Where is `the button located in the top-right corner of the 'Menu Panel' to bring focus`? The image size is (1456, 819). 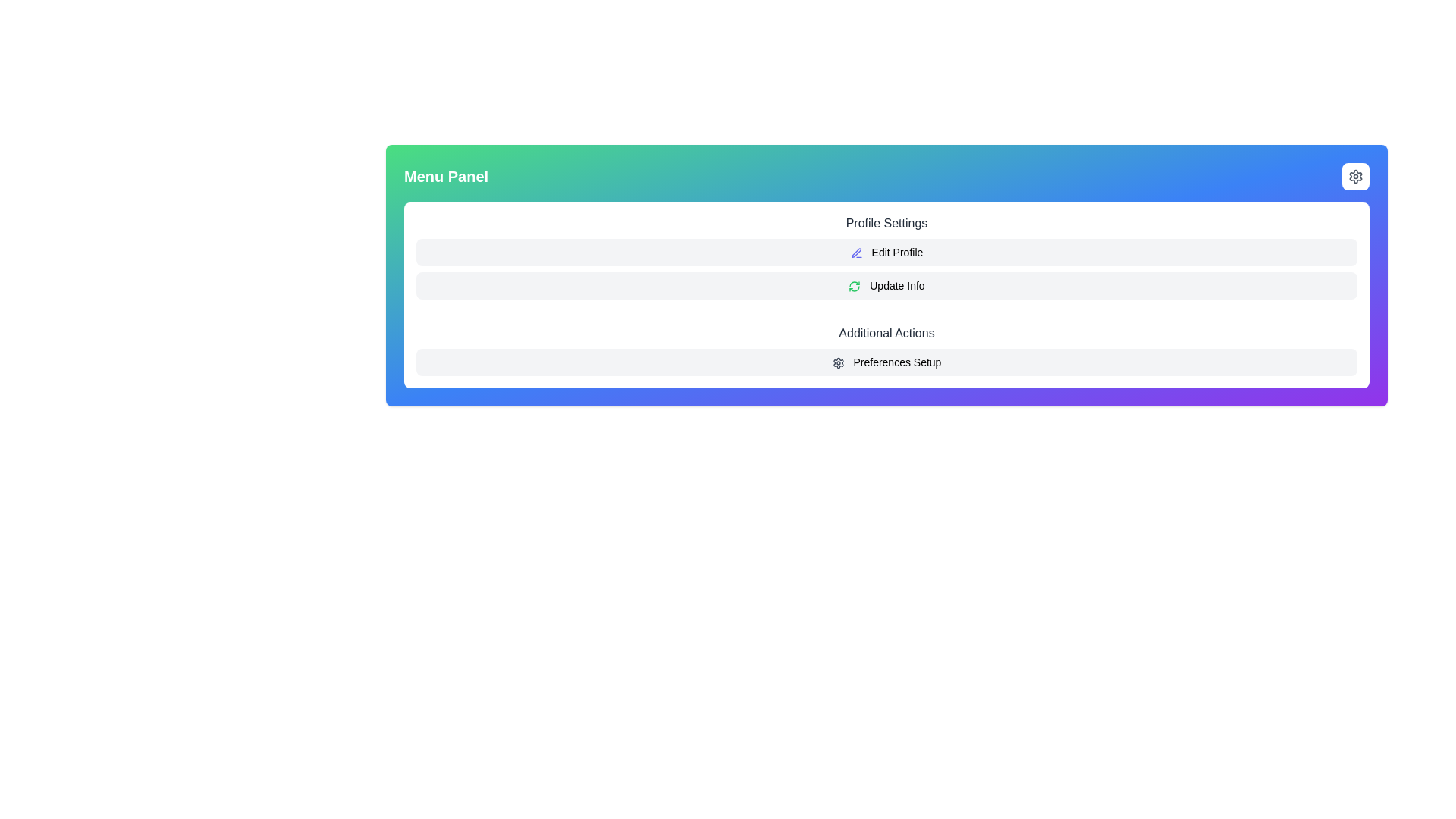 the button located in the top-right corner of the 'Menu Panel' to bring focus is located at coordinates (1356, 175).